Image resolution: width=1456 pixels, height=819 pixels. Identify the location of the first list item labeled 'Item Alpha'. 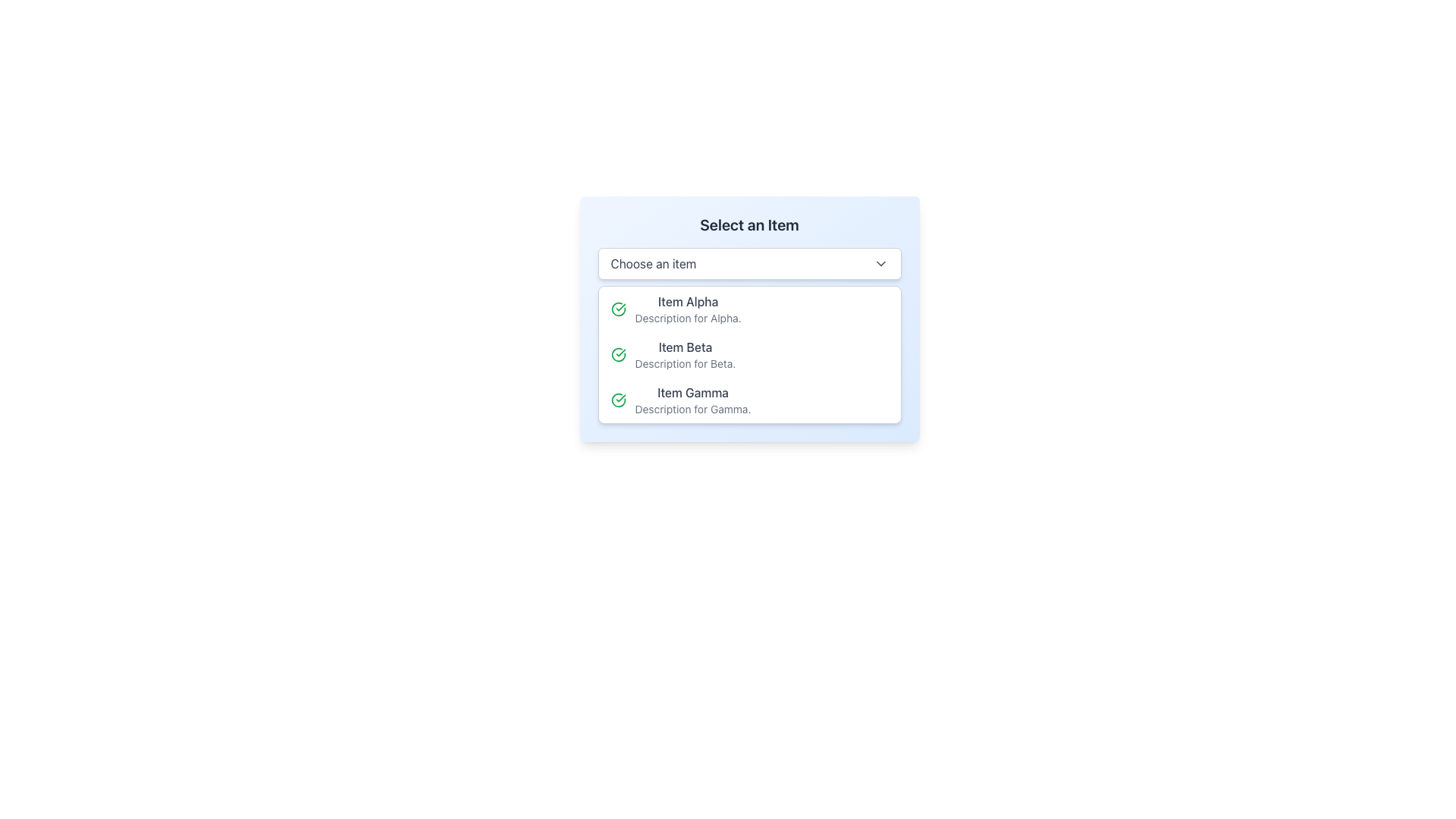
(749, 309).